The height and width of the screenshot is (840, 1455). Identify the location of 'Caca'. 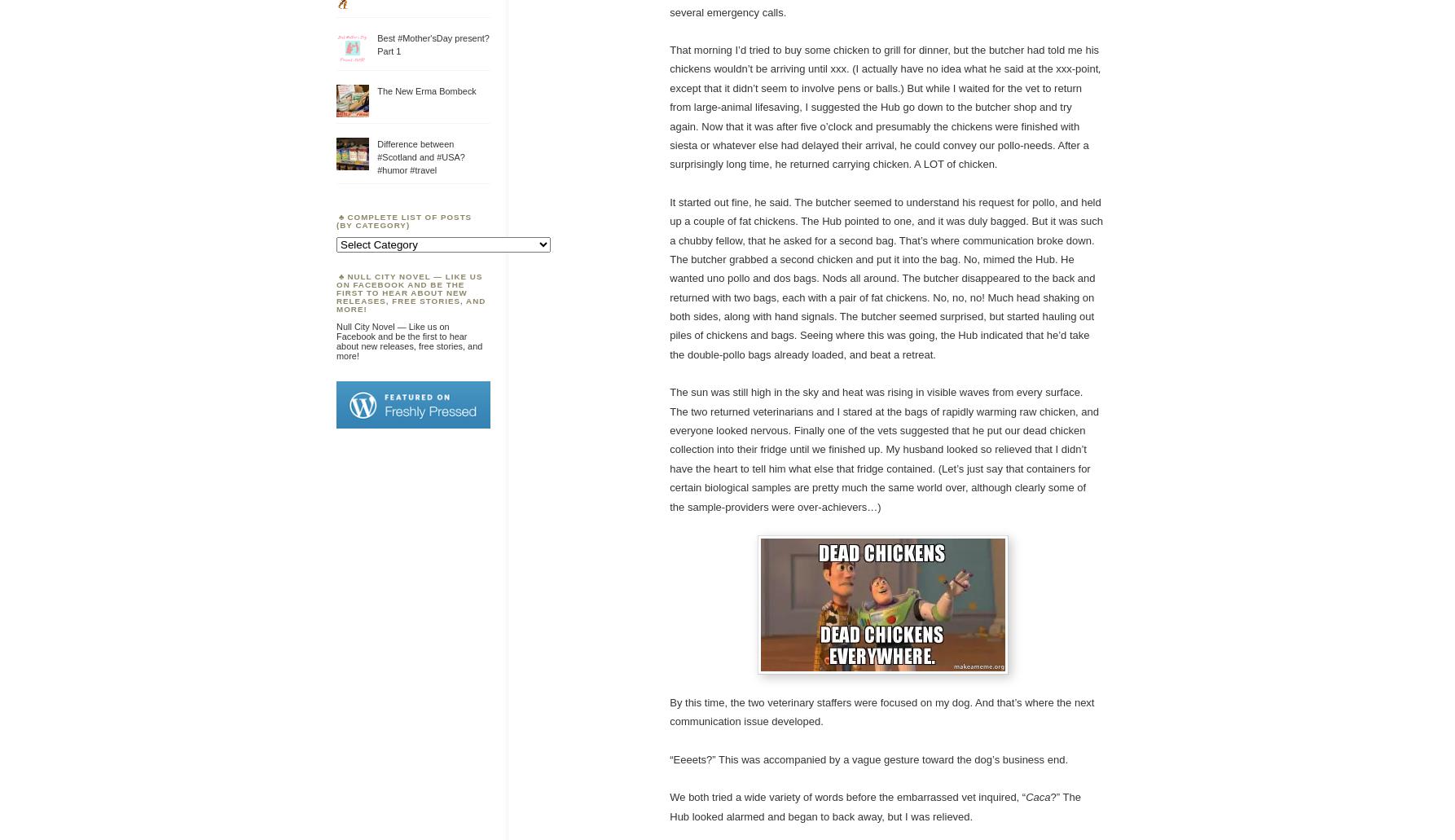
(1025, 796).